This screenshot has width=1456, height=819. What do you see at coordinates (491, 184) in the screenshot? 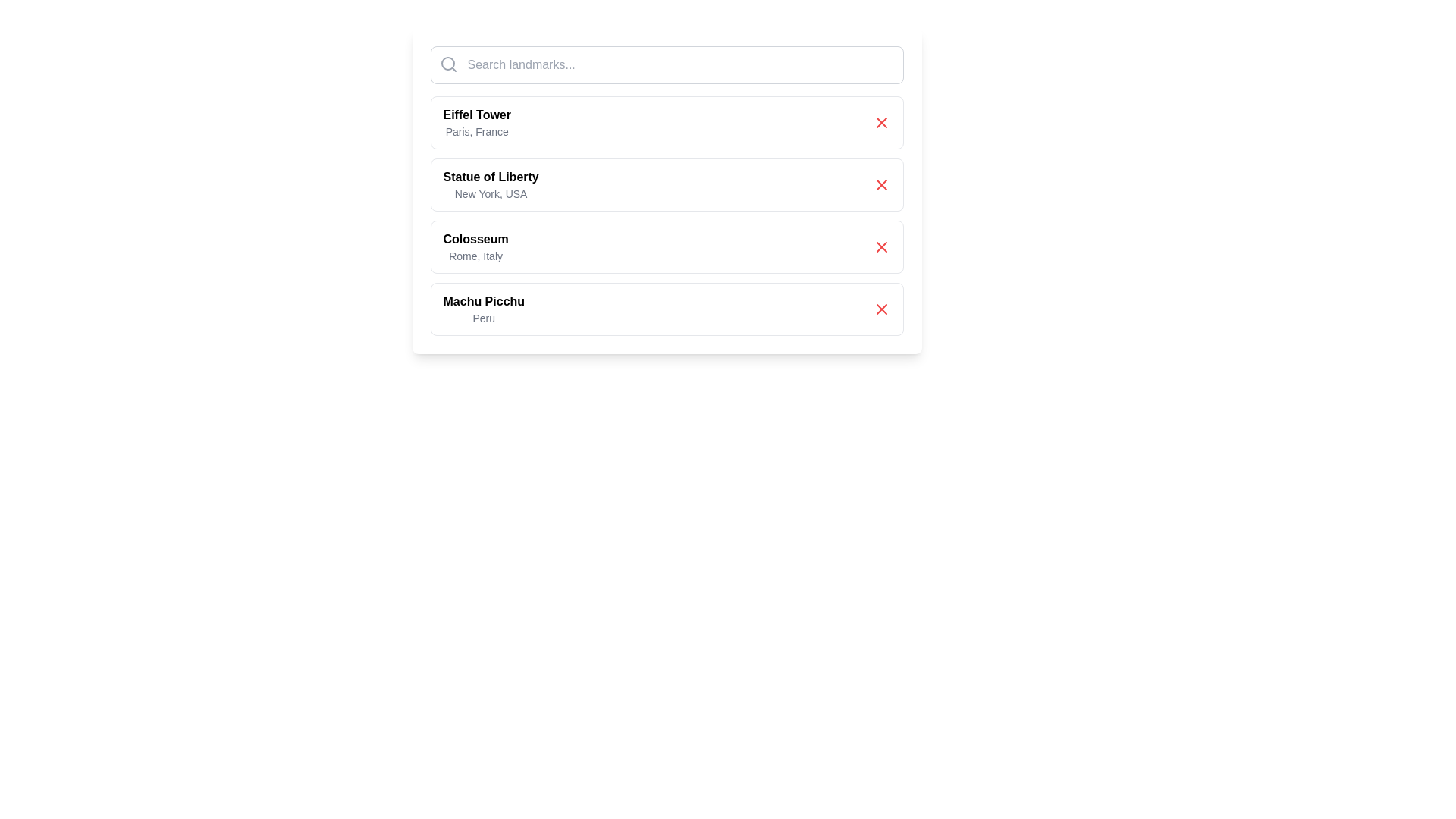
I see `the list item labeled 'Statue of Liberty' which is the second item in a vertical list of landmarks` at bounding box center [491, 184].